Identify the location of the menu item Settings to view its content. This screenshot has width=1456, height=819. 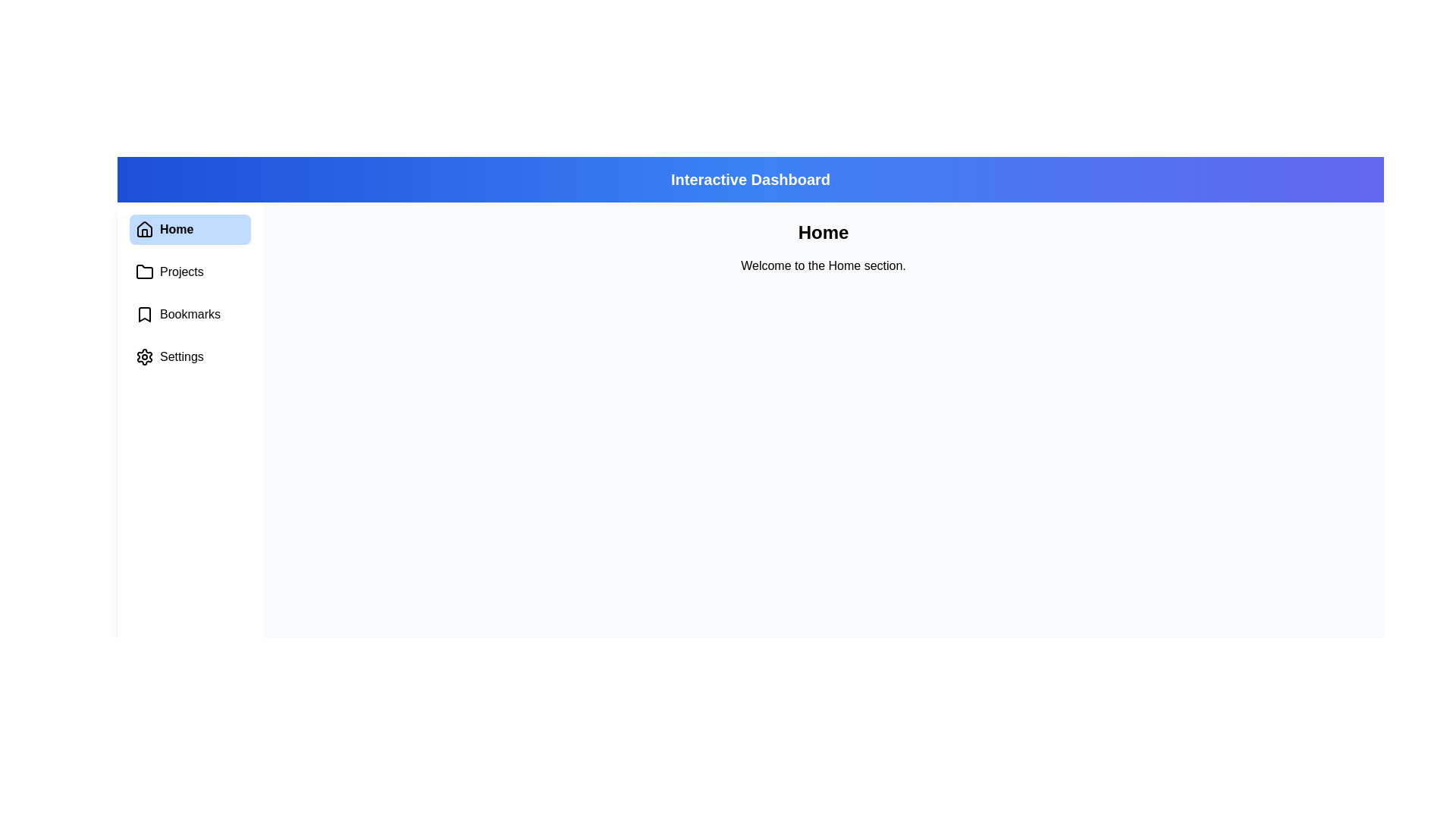
(189, 356).